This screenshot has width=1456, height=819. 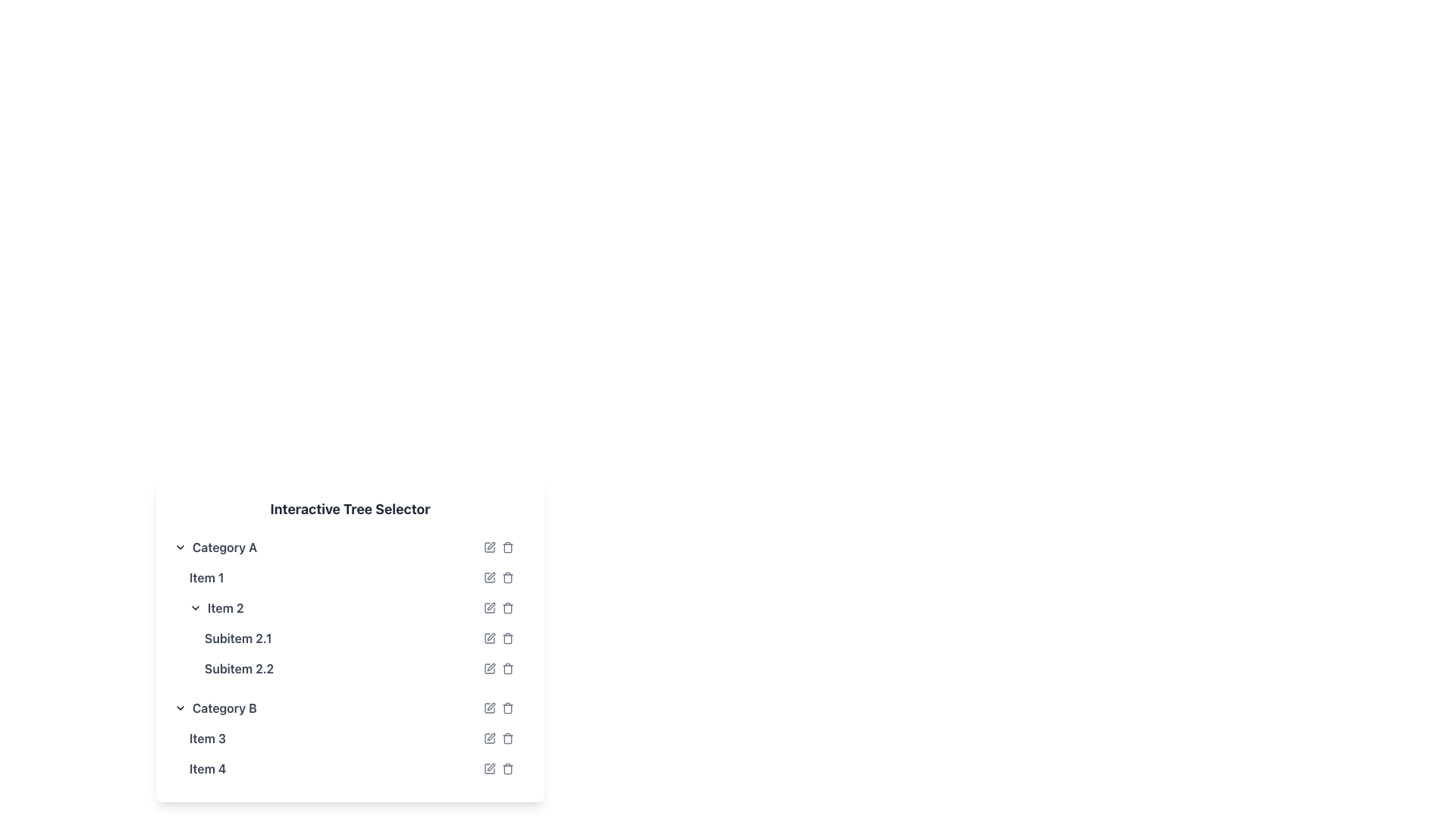 What do you see at coordinates (490, 578) in the screenshot?
I see `the icon adjacent to 'Item 1' in the hierarchical tree structure` at bounding box center [490, 578].